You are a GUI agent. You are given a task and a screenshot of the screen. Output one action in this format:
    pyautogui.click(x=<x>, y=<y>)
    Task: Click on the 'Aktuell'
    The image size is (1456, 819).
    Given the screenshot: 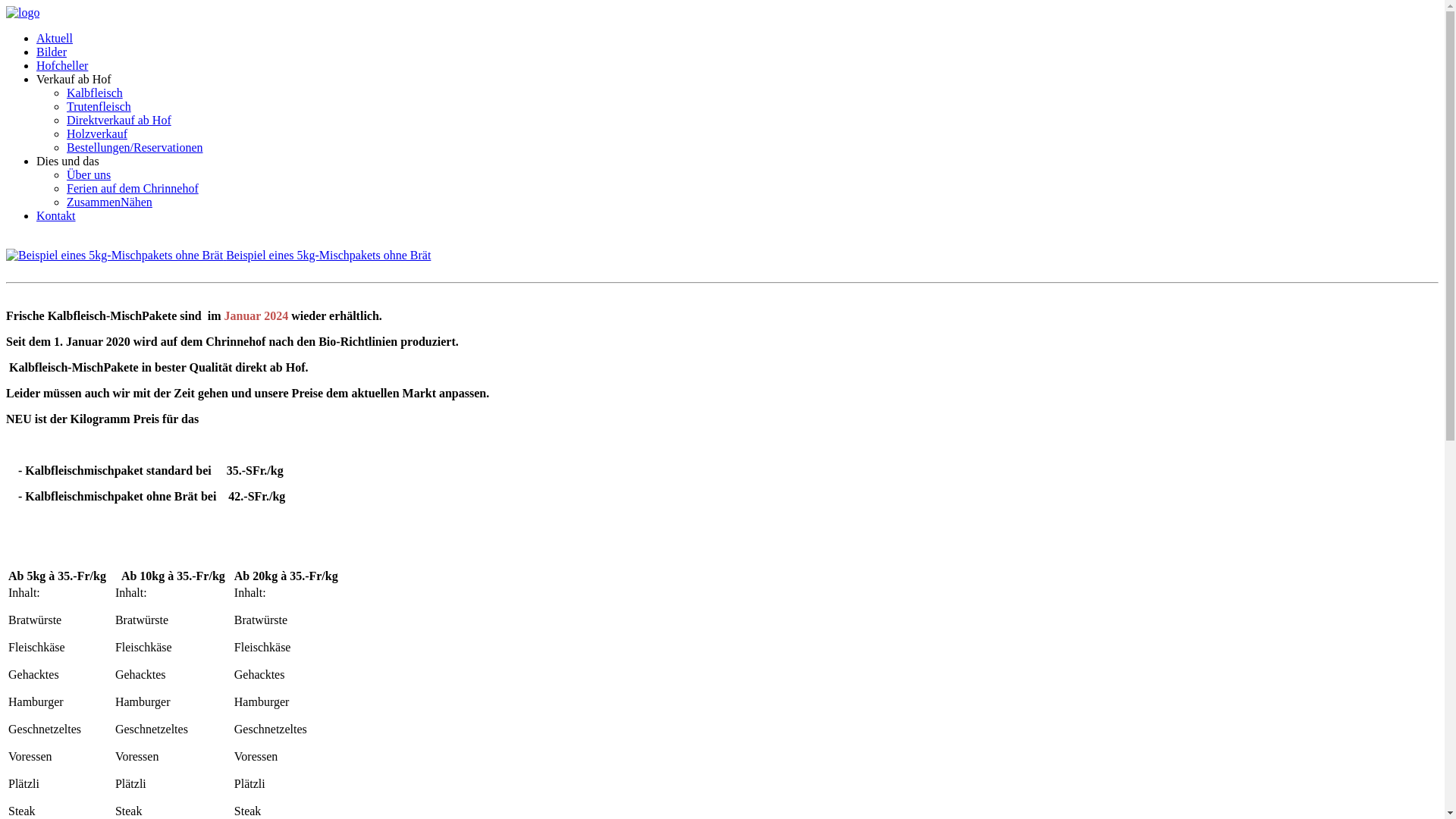 What is the action you would take?
    pyautogui.click(x=36, y=37)
    